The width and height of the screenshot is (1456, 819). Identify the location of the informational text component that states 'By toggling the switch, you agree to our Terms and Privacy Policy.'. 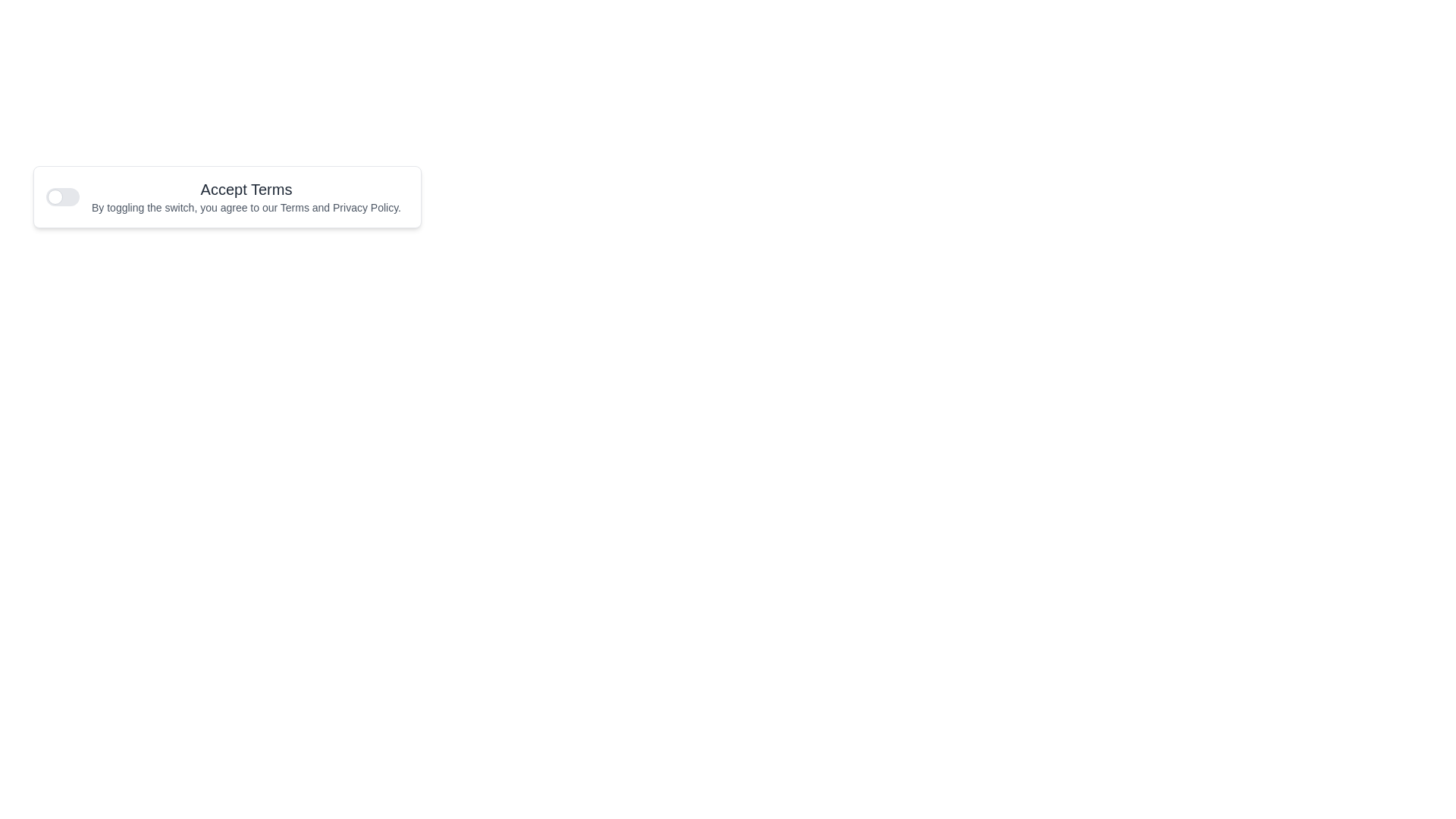
(246, 207).